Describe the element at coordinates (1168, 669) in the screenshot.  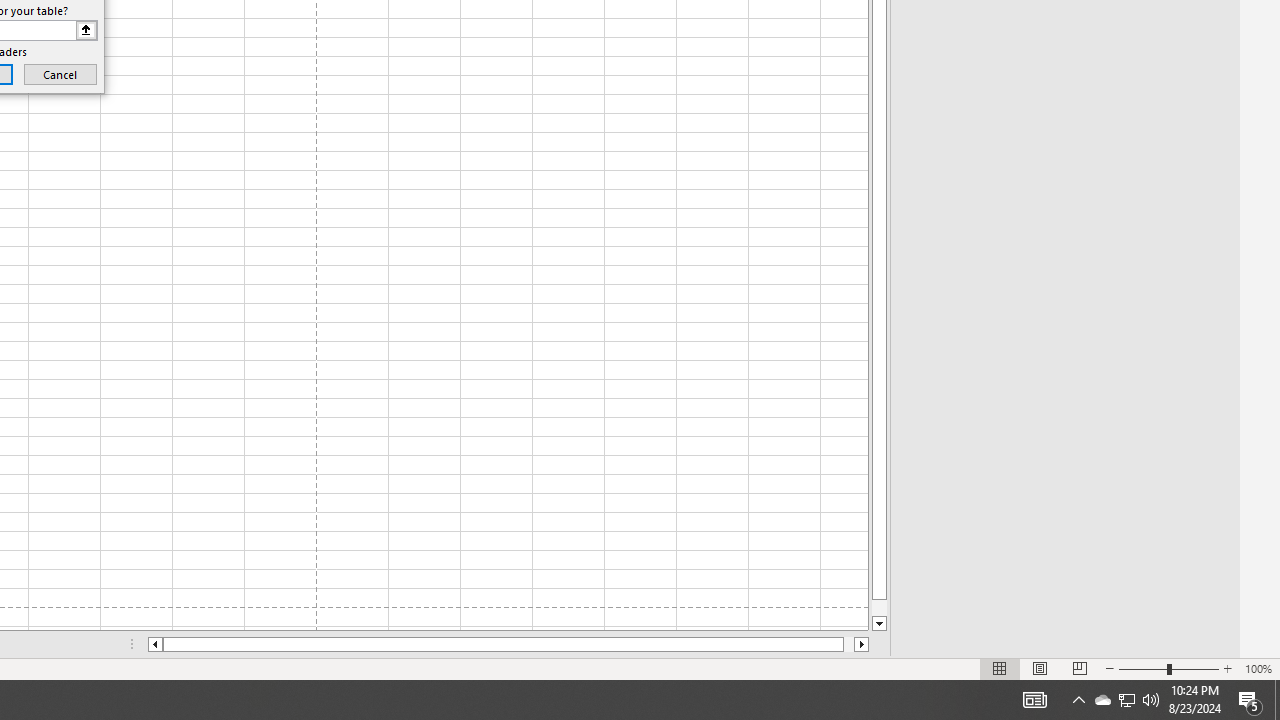
I see `'Zoom'` at that location.